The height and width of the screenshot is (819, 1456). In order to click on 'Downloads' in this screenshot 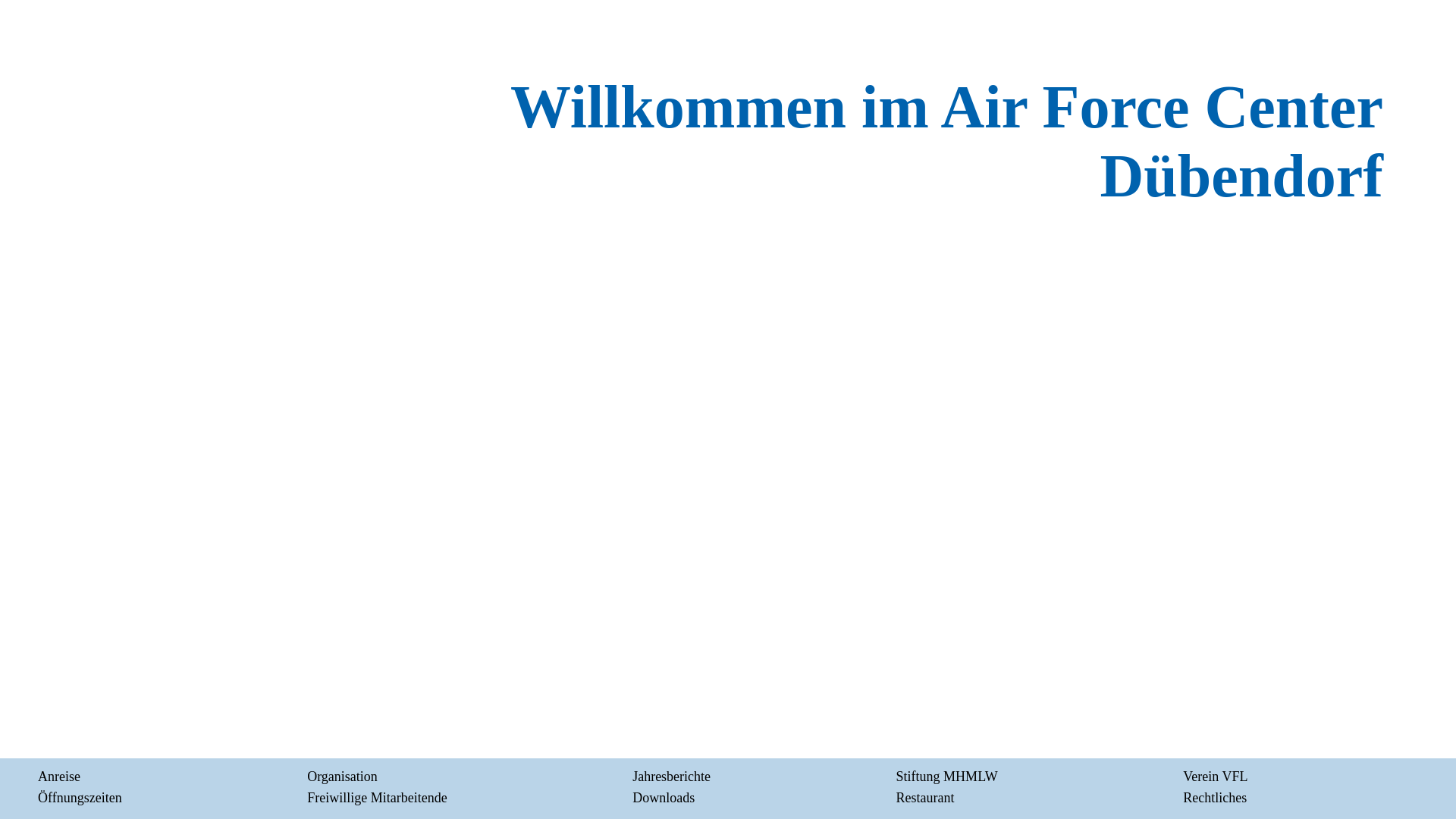, I will do `click(663, 797)`.